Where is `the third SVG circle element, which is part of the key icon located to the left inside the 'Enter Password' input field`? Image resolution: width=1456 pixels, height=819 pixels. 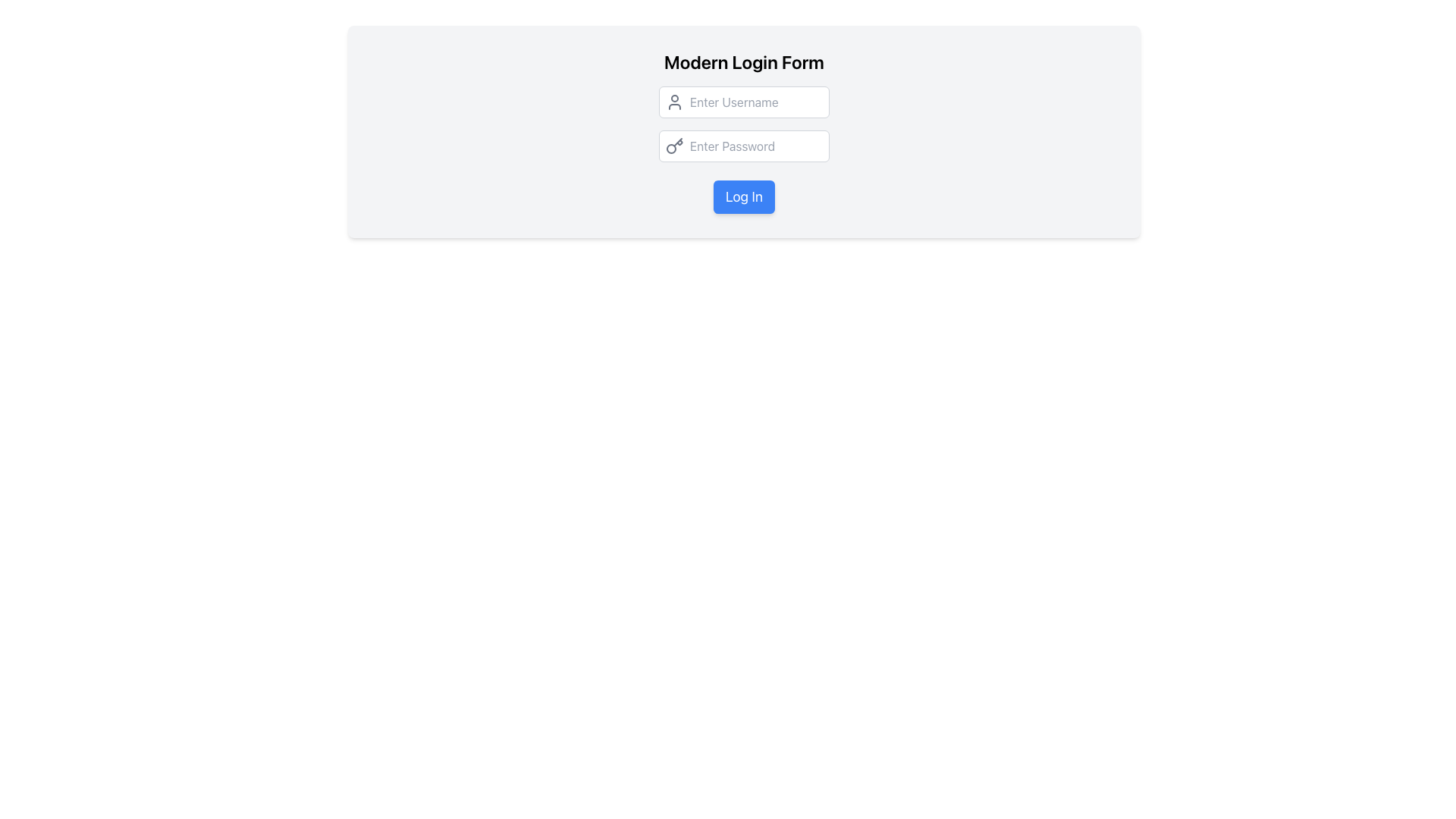
the third SVG circle element, which is part of the key icon located to the left inside the 'Enter Password' input field is located at coordinates (670, 149).